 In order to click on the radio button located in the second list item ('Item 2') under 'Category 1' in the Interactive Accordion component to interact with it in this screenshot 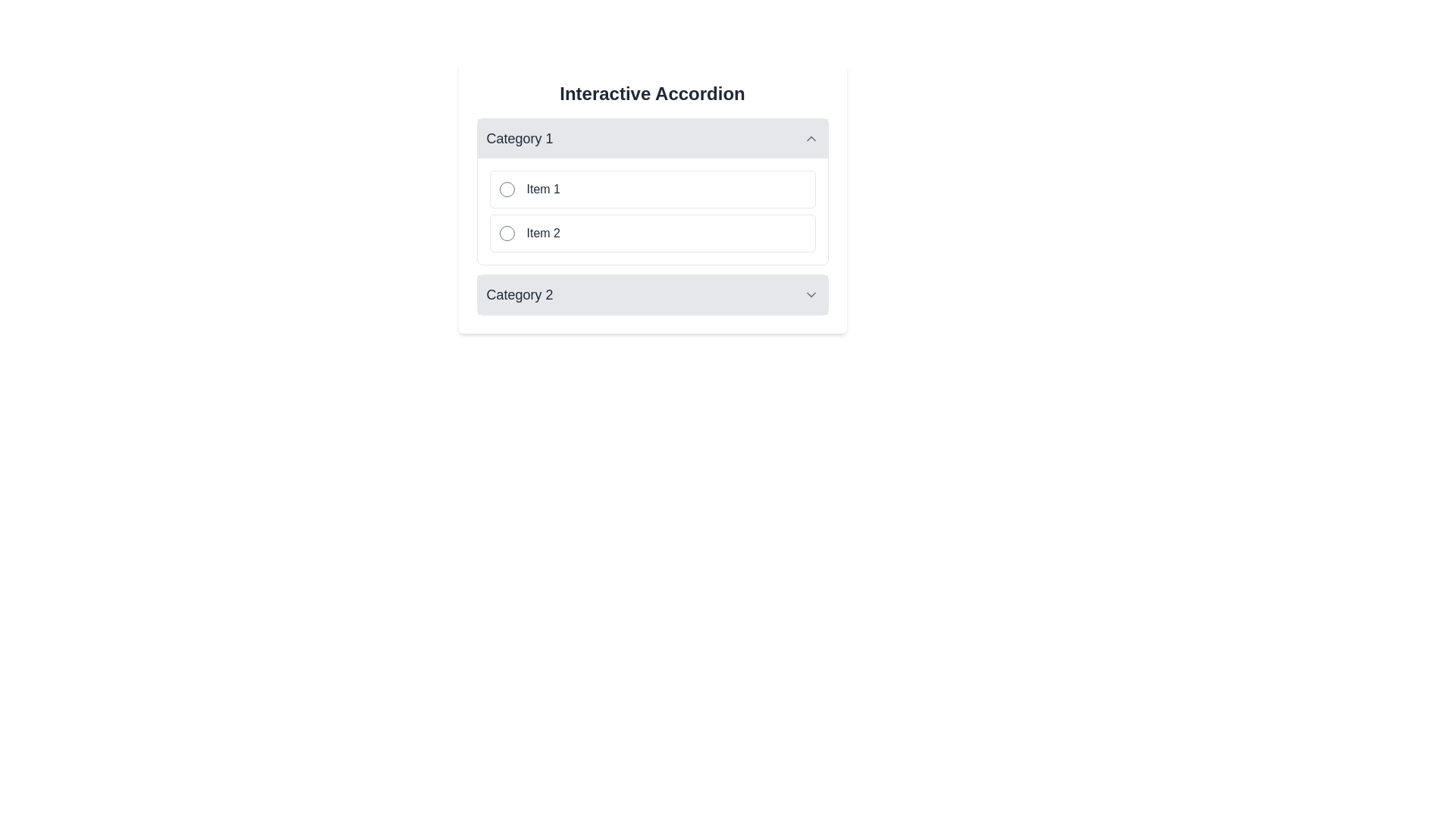, I will do `click(507, 234)`.